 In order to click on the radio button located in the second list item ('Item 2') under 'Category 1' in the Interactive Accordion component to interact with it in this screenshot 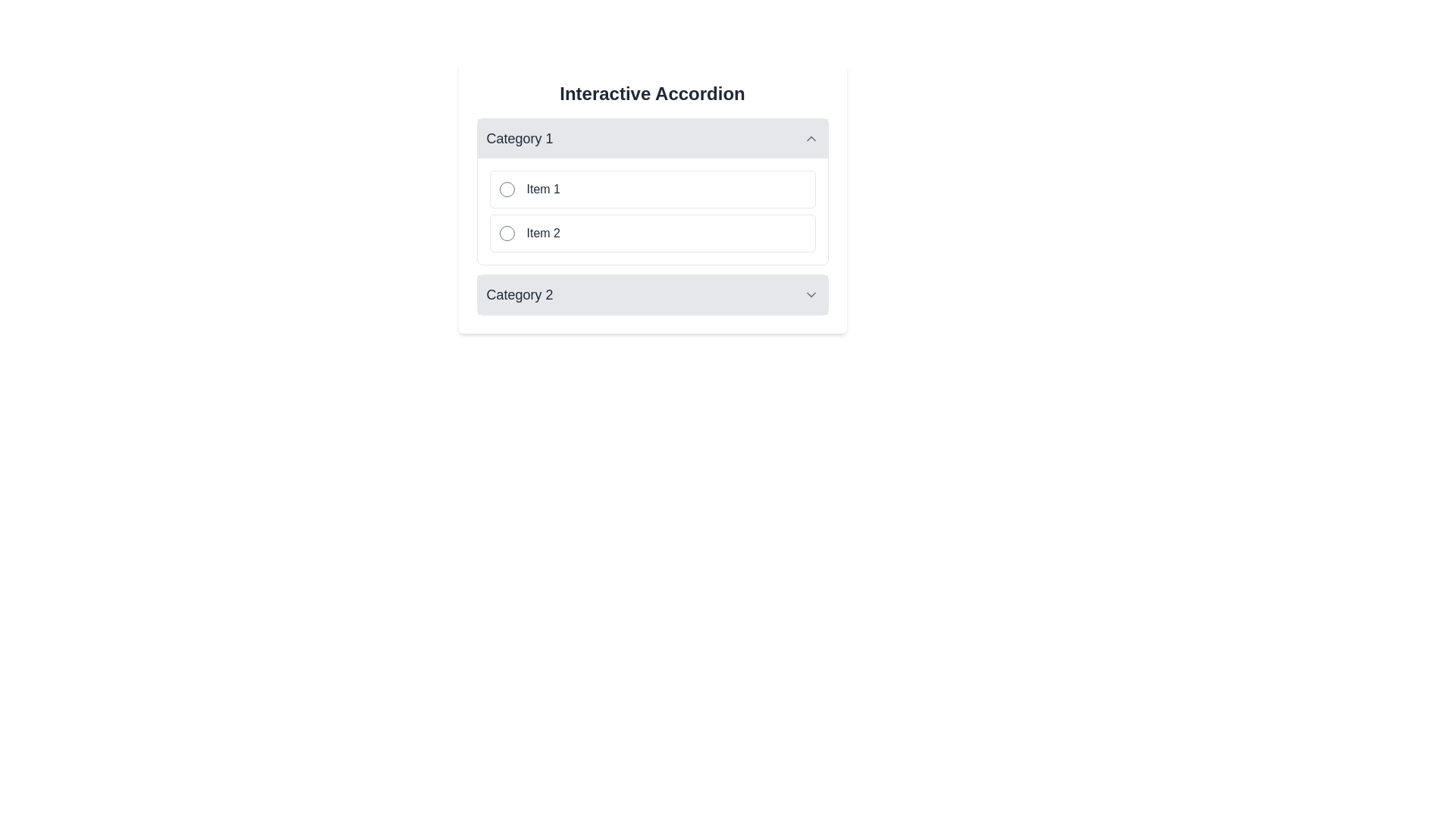, I will do `click(507, 234)`.